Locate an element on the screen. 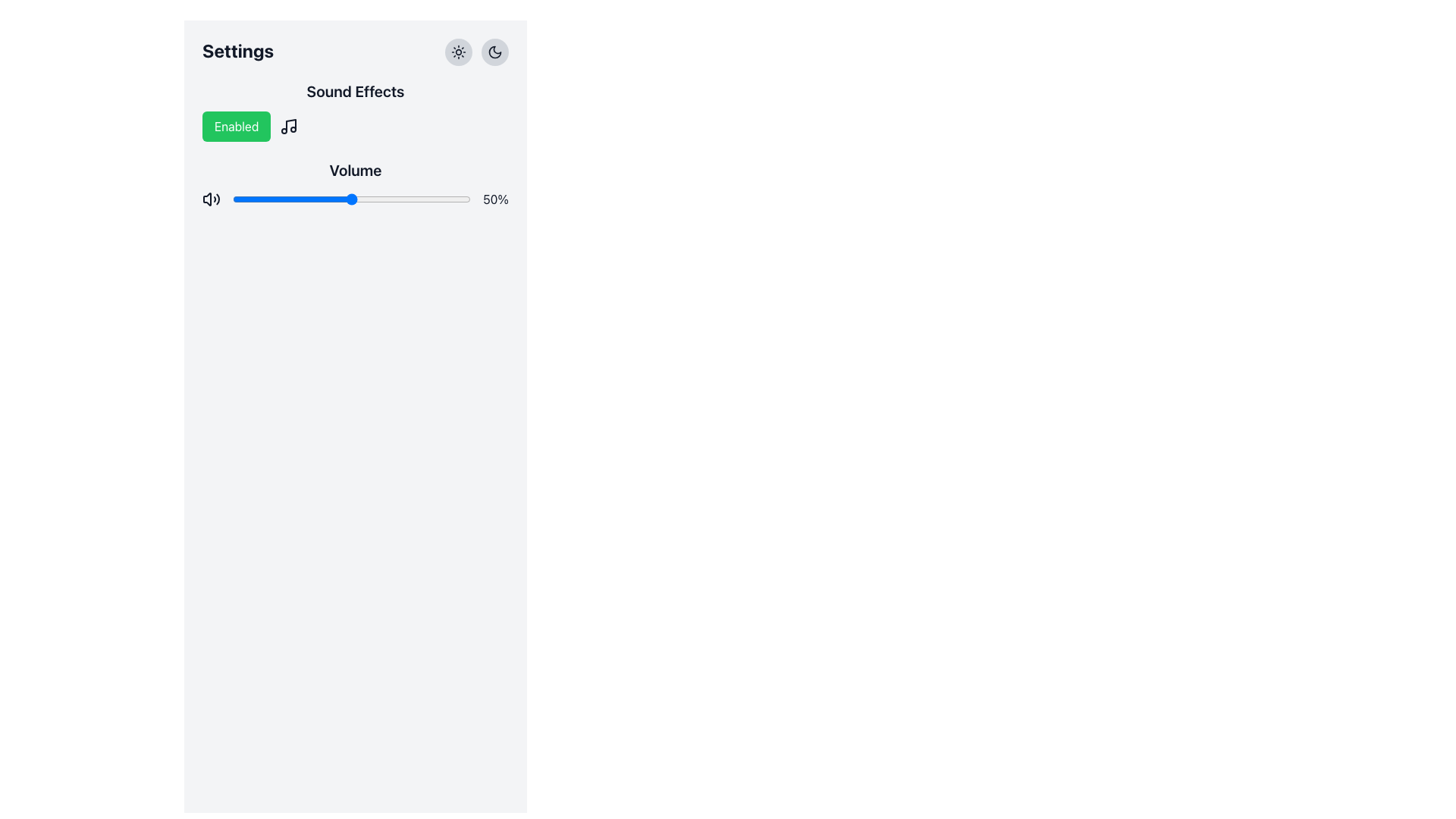 This screenshot has height=819, width=1456. the sun-shaped icon located within a circular gray button in the top right corner of the settings interface is located at coordinates (457, 52).